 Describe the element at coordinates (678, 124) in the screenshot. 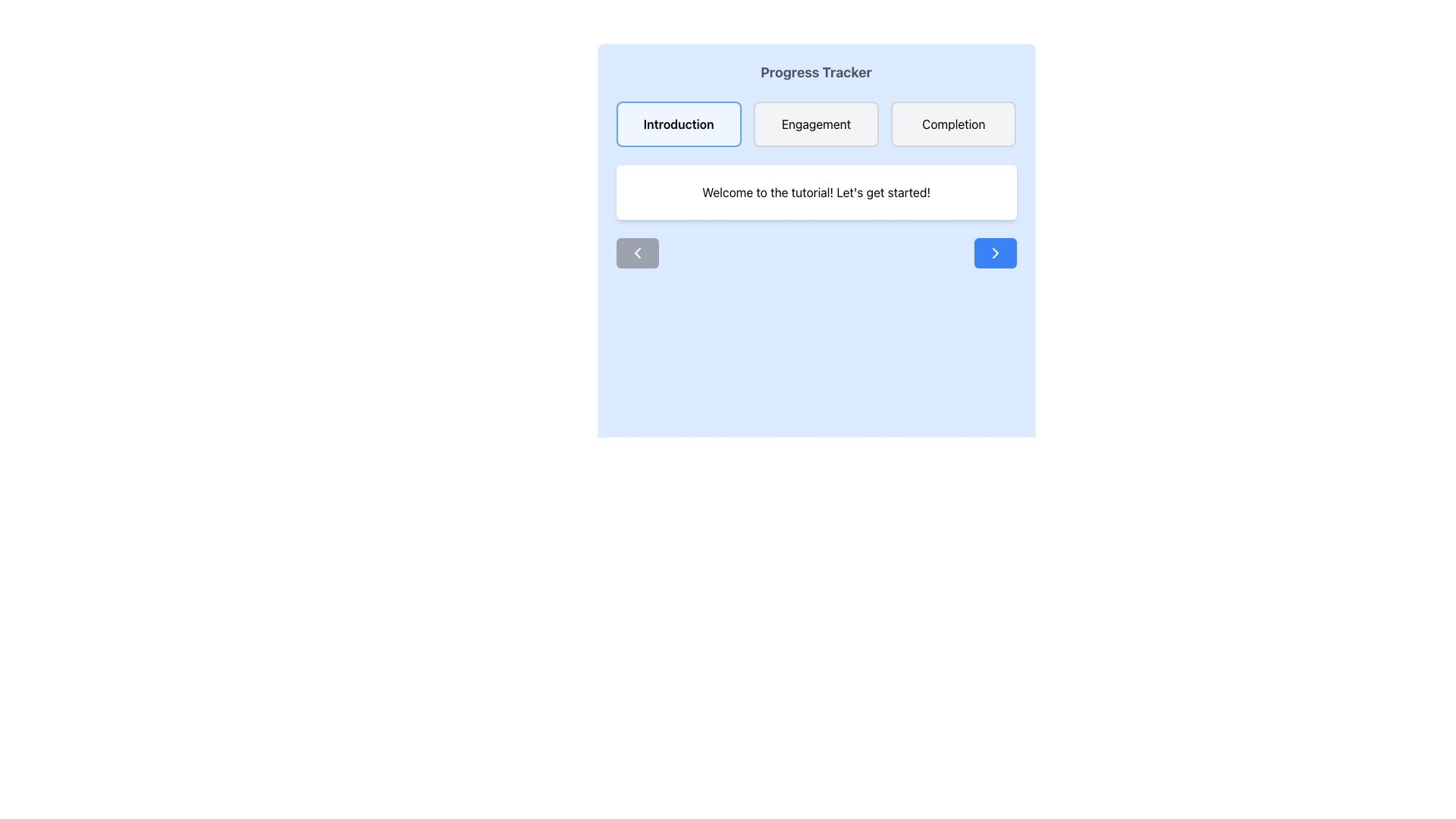

I see `the 'Introduction' button, which is a light blue rectangular button with bold text, located at the top of the interface under the 'Progress Tracker' title` at that location.